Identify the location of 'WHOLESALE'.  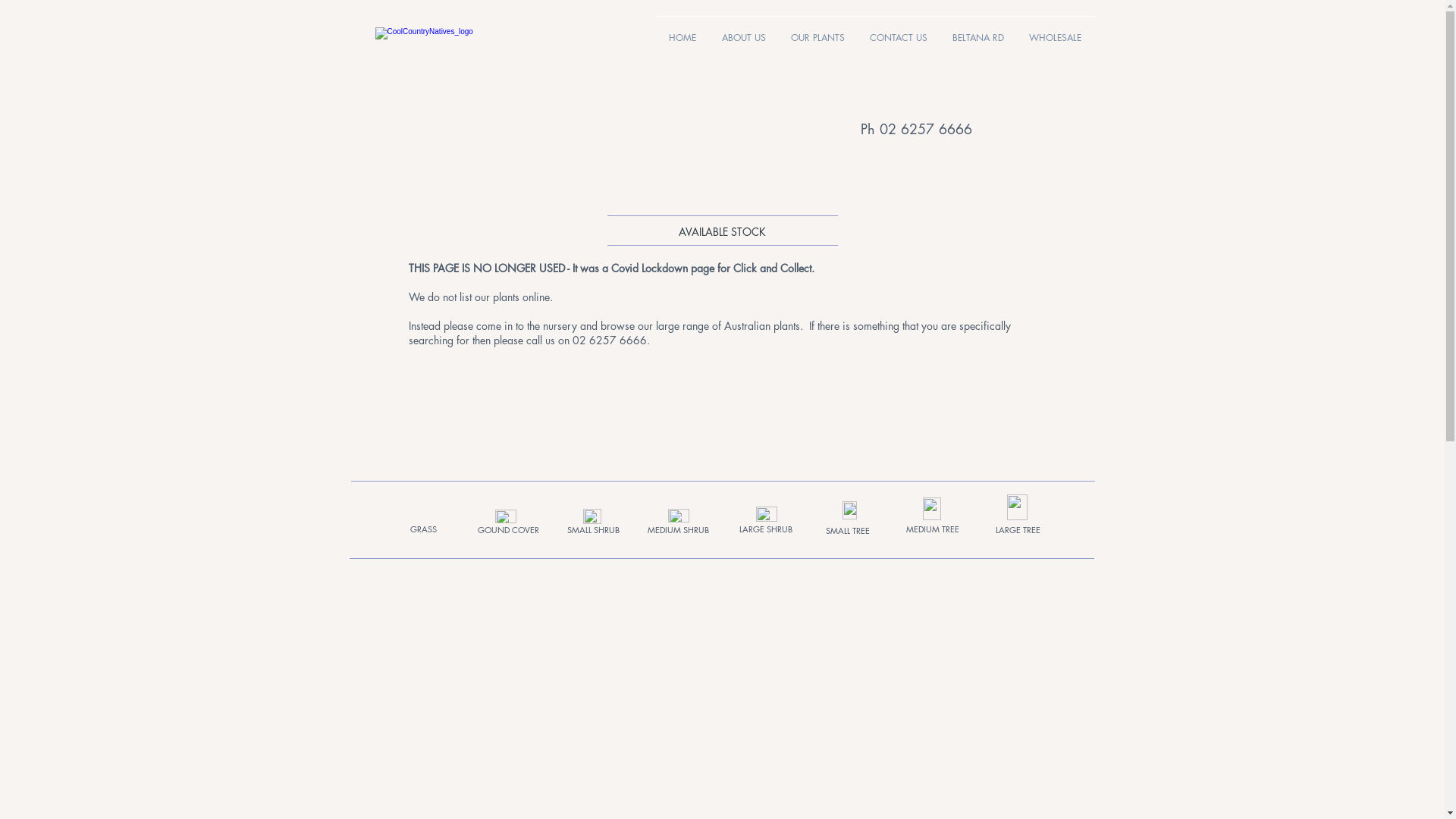
(1054, 31).